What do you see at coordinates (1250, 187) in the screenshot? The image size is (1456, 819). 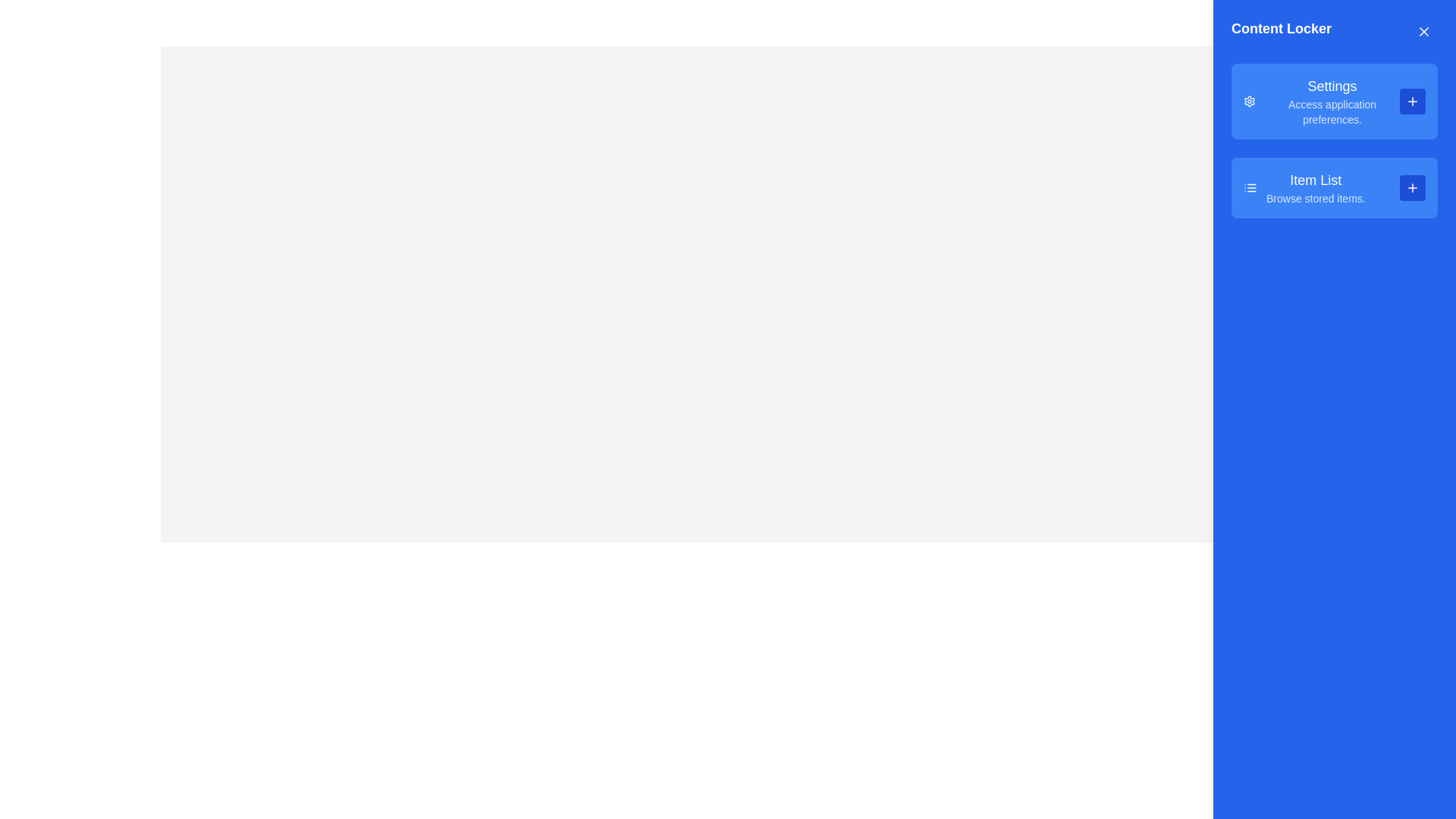 I see `the SVG icon resembling a three-line list, located at the top left corner of the 'Item List' section in the sidebar, next to the text 'Item List'` at bounding box center [1250, 187].